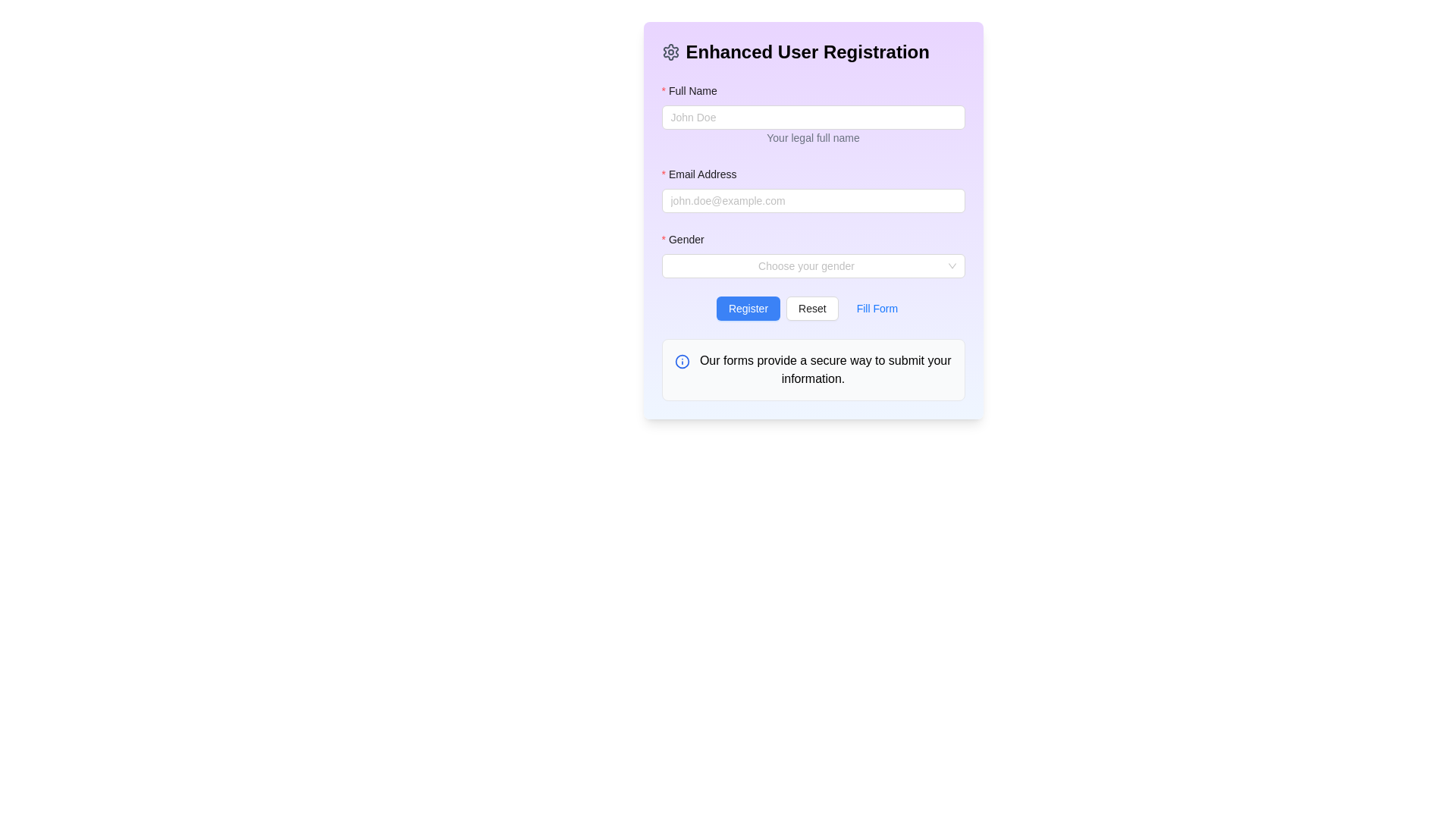 The image size is (1456, 819). I want to click on the reset button located between the 'Register' button and the 'Fill Form' button, which resets the form fields to their initial states, so click(811, 308).